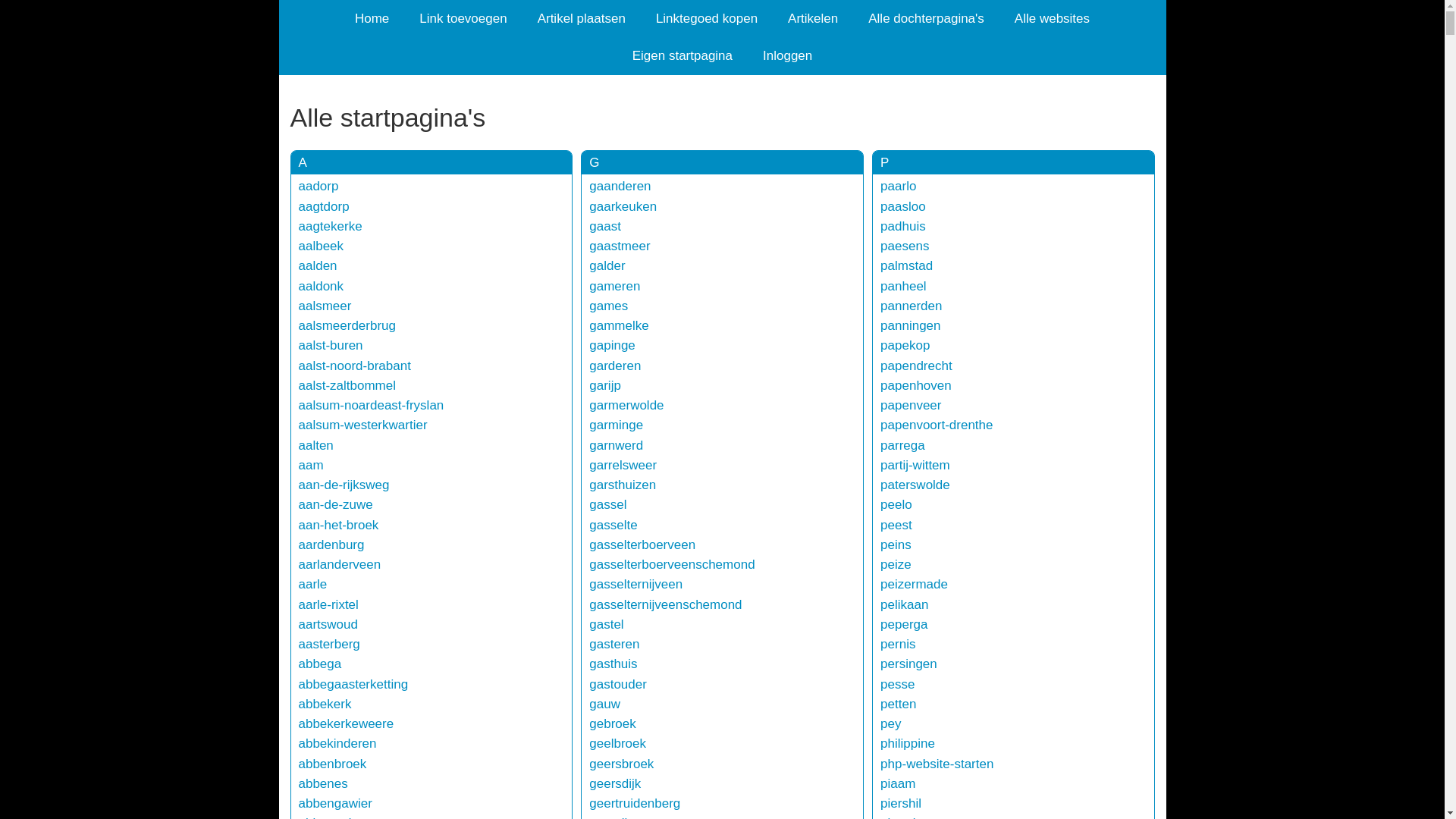 This screenshot has width=1456, height=819. I want to click on 'garderen', so click(615, 366).